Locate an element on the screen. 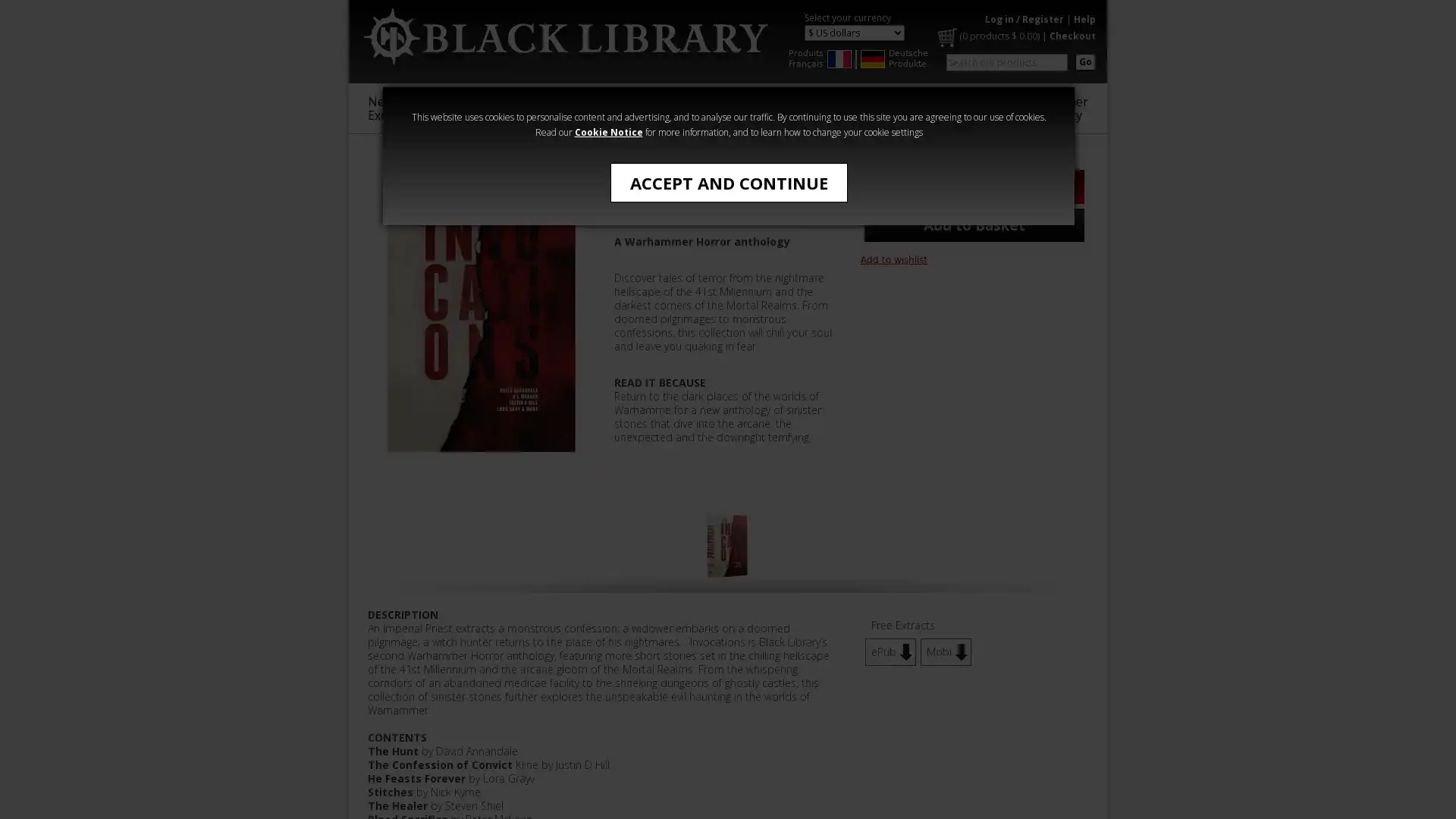  Go is located at coordinates (1084, 61).